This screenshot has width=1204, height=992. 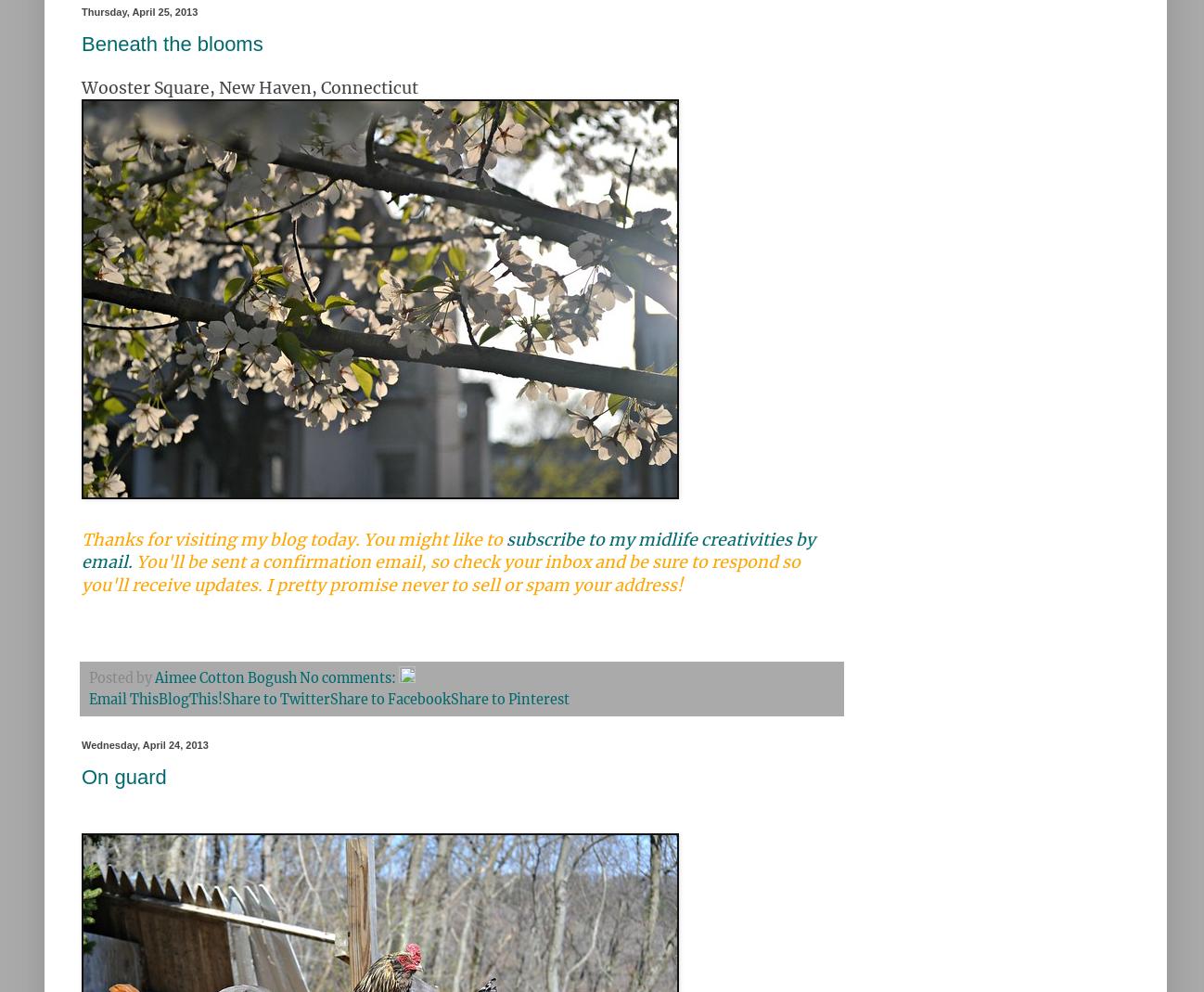 I want to click on 'Share to Twitter', so click(x=275, y=699).